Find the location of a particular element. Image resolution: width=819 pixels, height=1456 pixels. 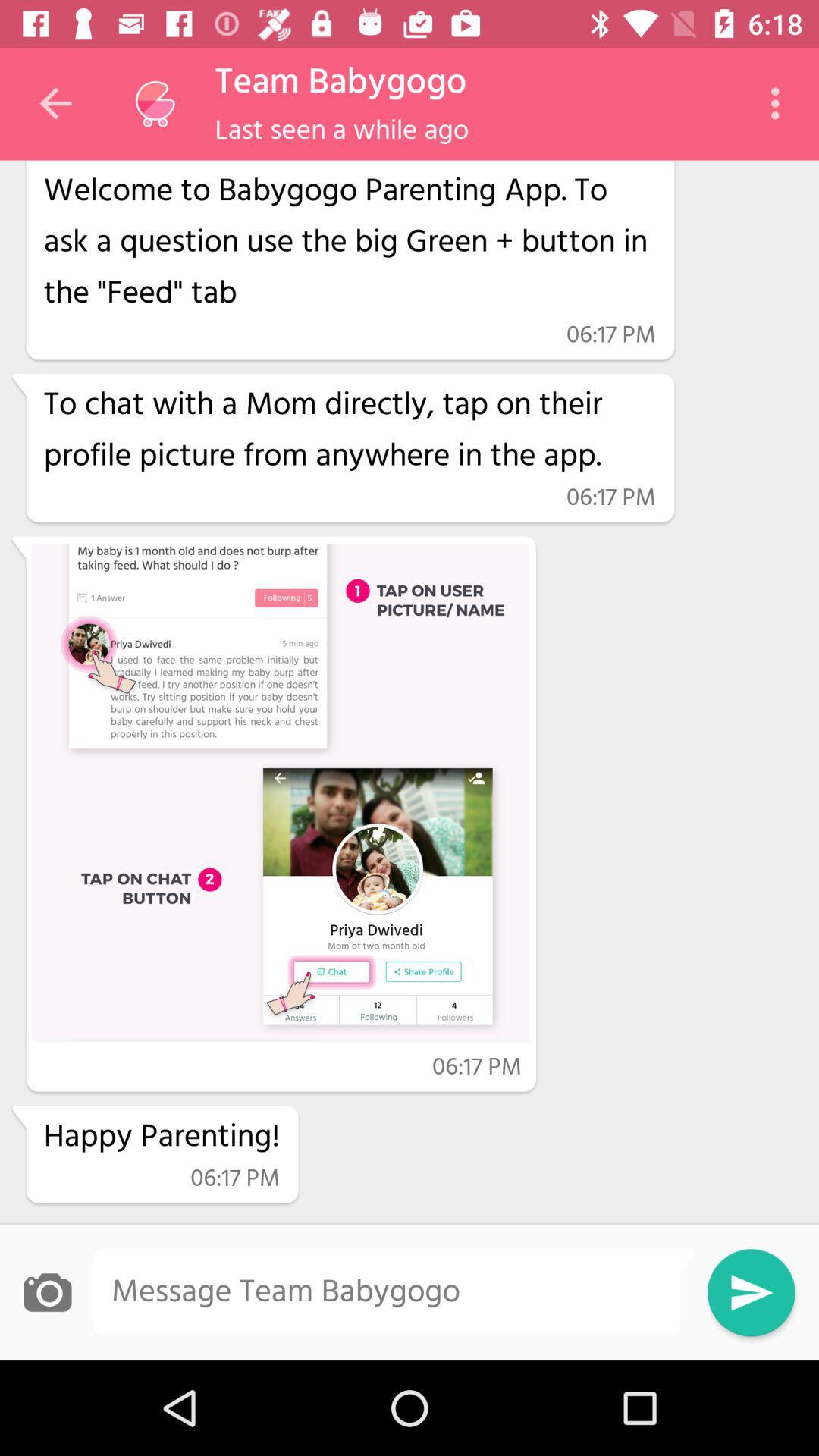

icon below 06:17 pm icon is located at coordinates (350, 430).